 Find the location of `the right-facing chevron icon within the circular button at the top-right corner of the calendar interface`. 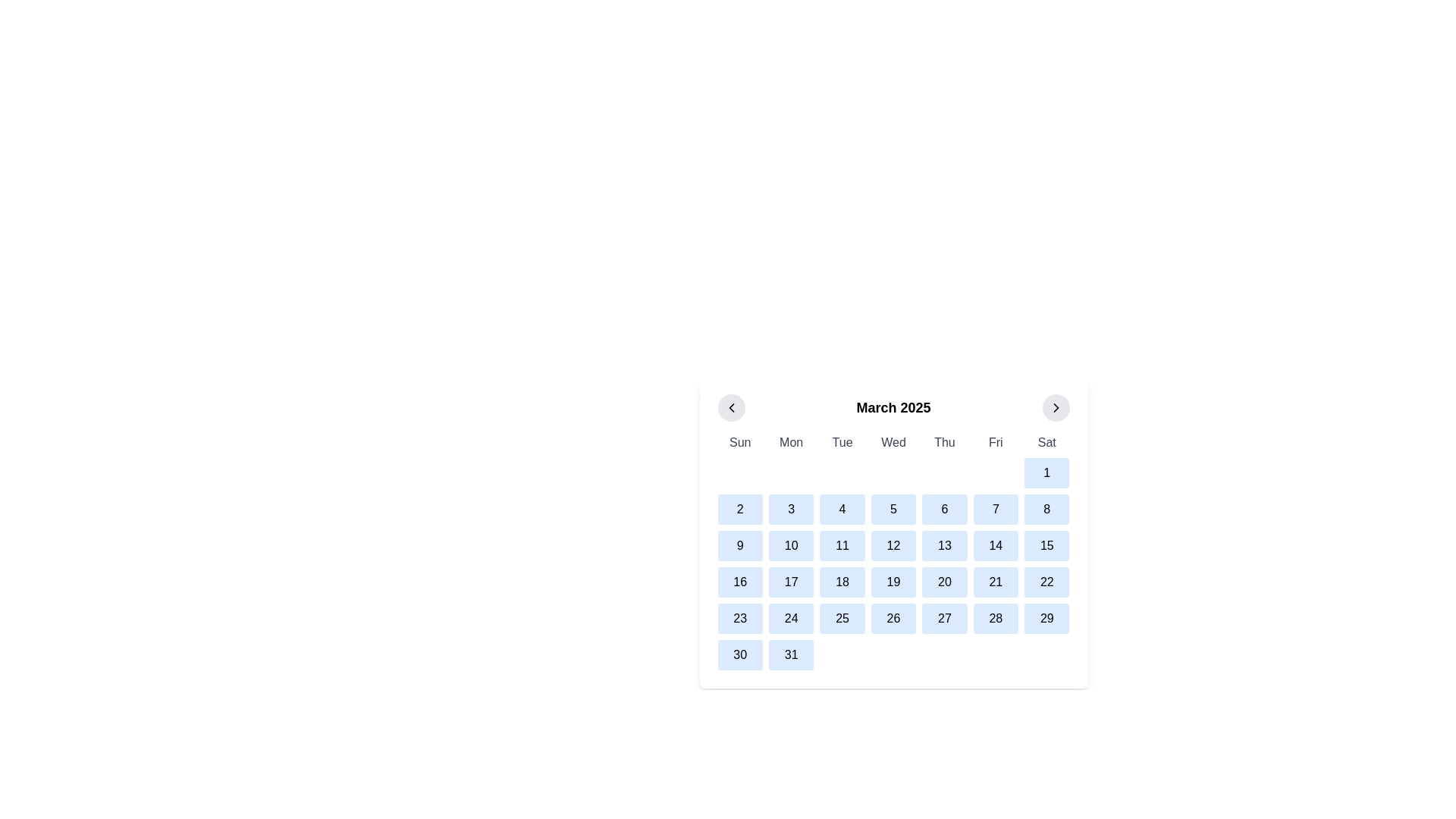

the right-facing chevron icon within the circular button at the top-right corner of the calendar interface is located at coordinates (1055, 406).